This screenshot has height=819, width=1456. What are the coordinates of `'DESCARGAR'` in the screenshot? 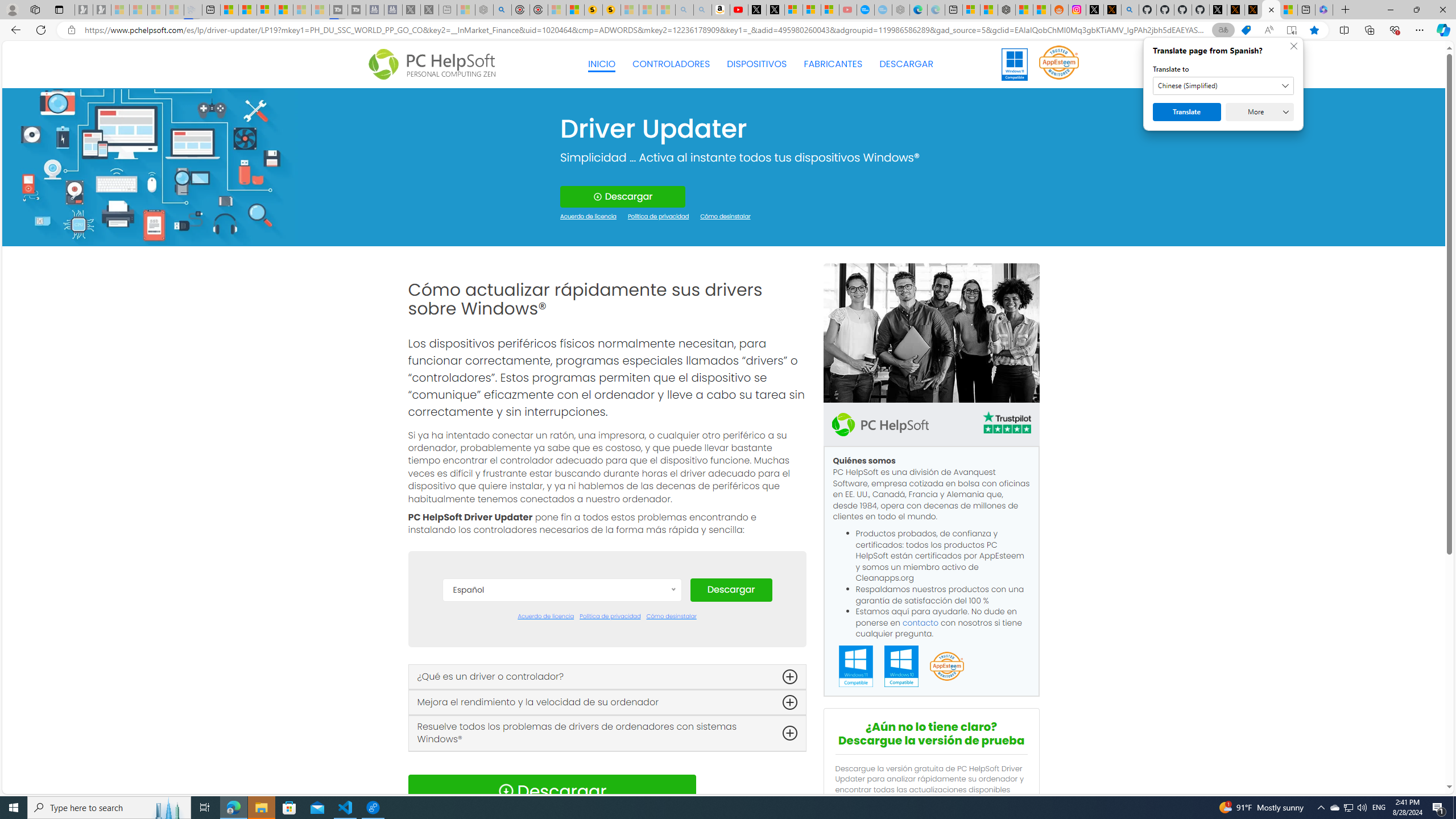 It's located at (906, 64).